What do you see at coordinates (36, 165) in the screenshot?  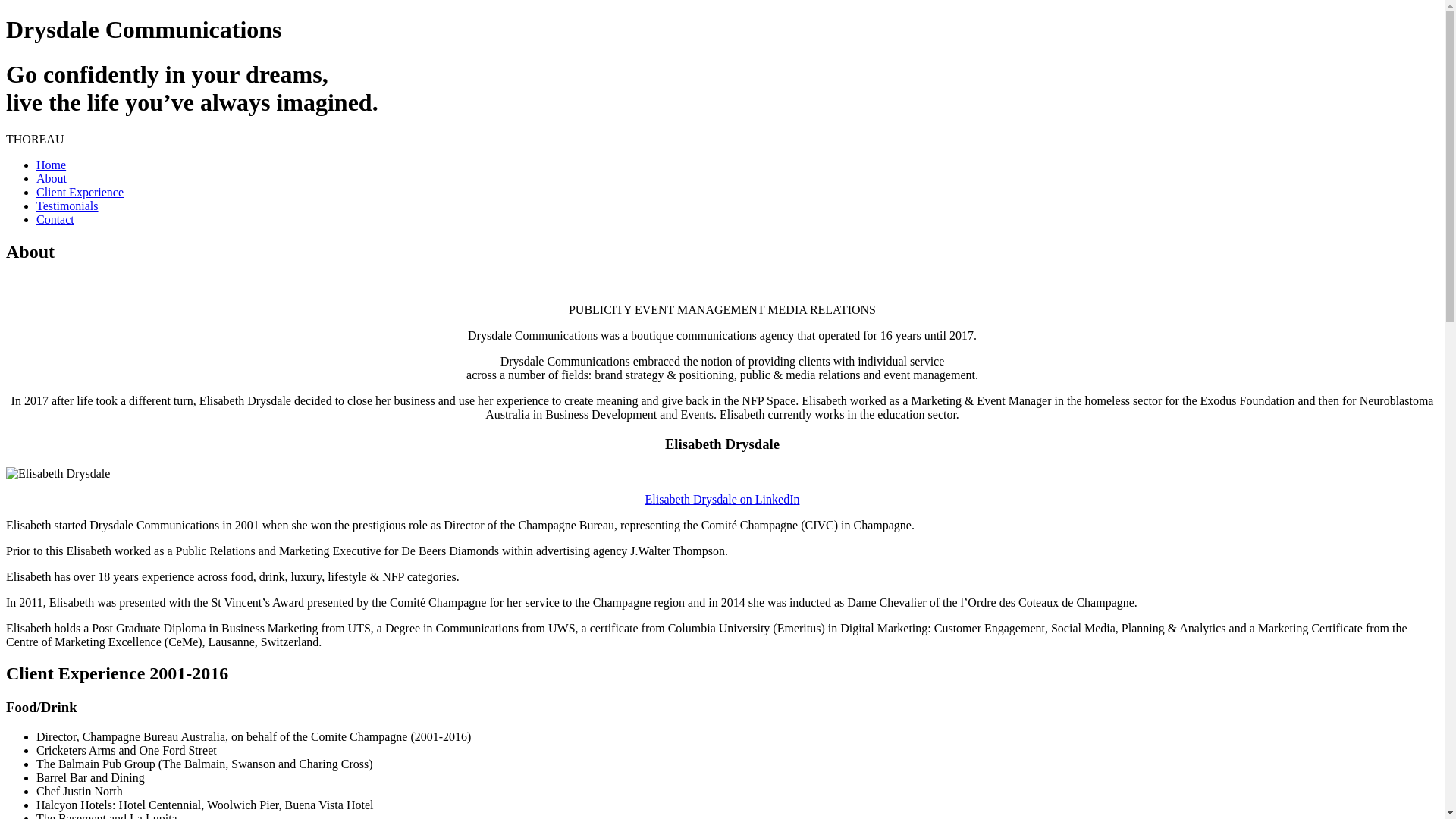 I see `'Home'` at bounding box center [36, 165].